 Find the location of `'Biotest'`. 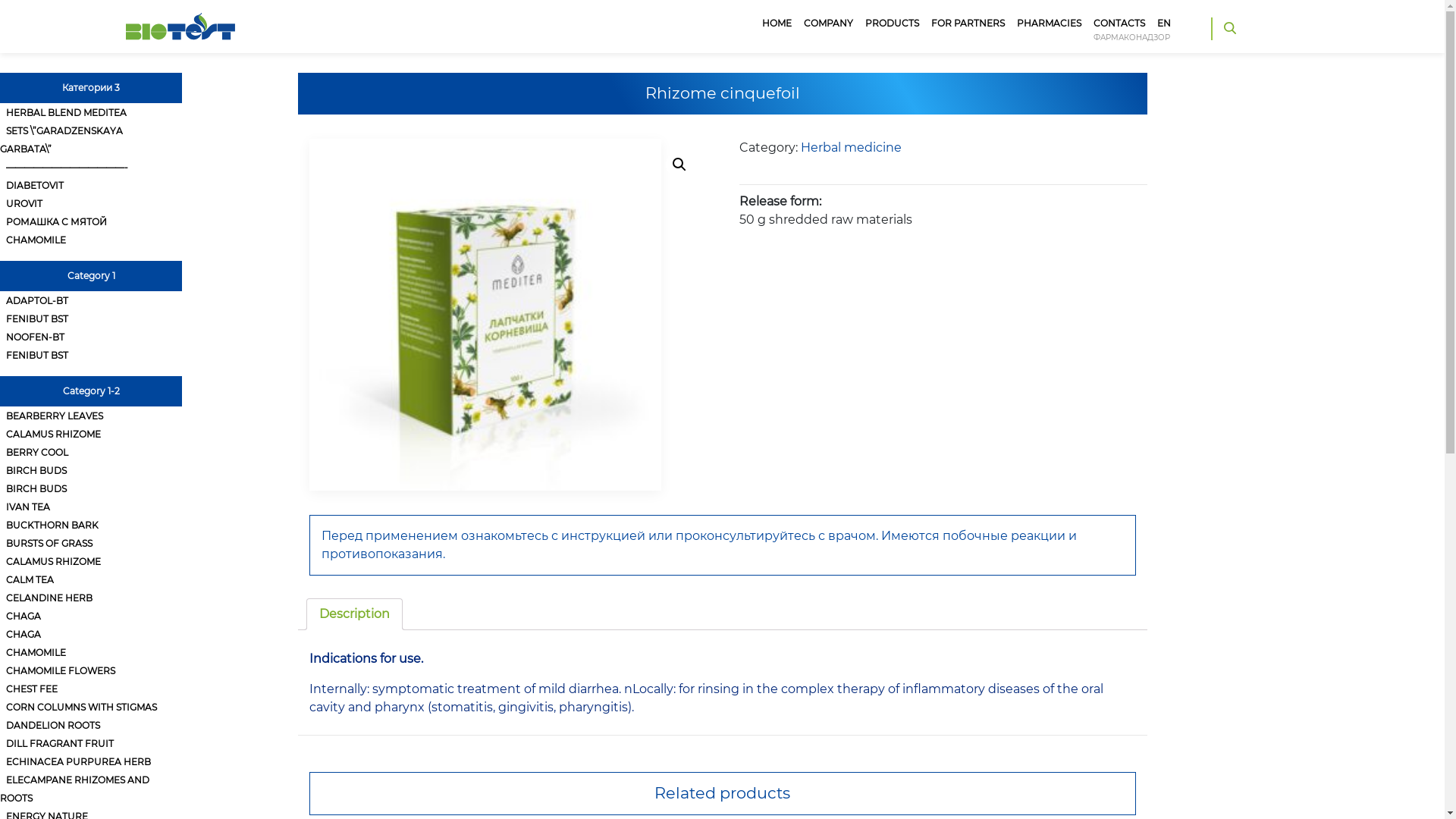

'Biotest' is located at coordinates (180, 14).